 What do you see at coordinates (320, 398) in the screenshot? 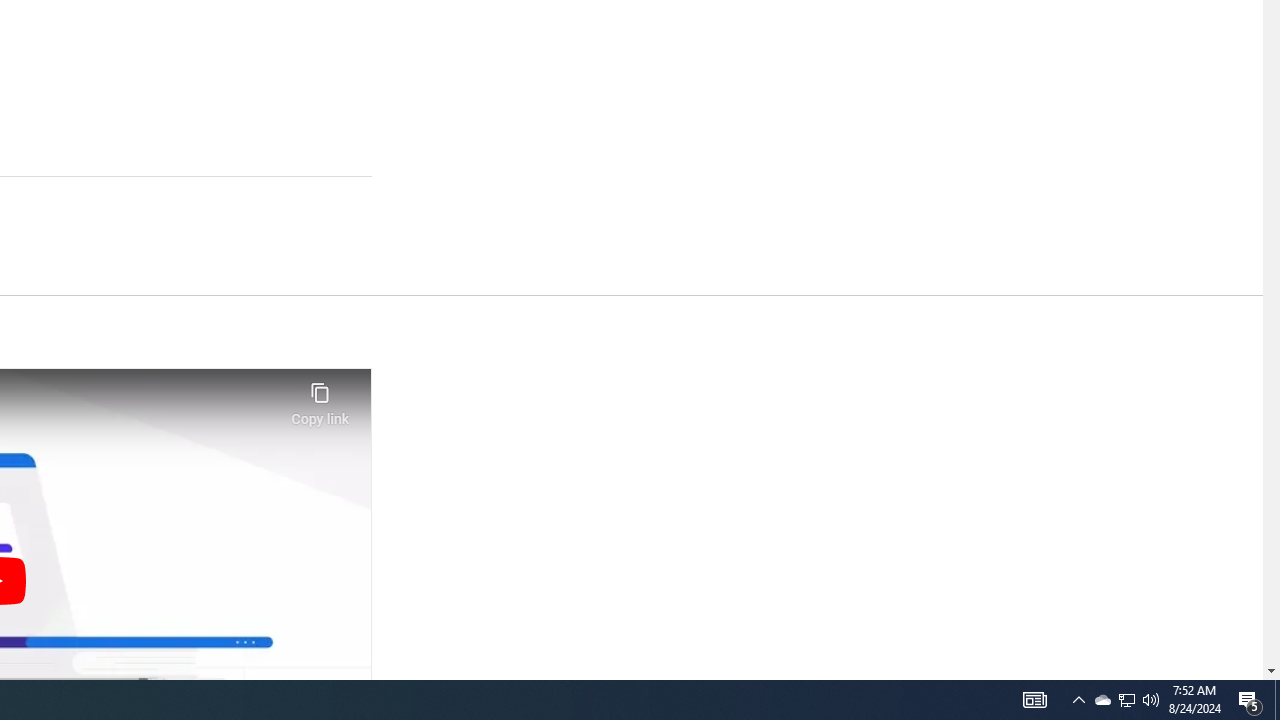
I see `'Copy link'` at bounding box center [320, 398].